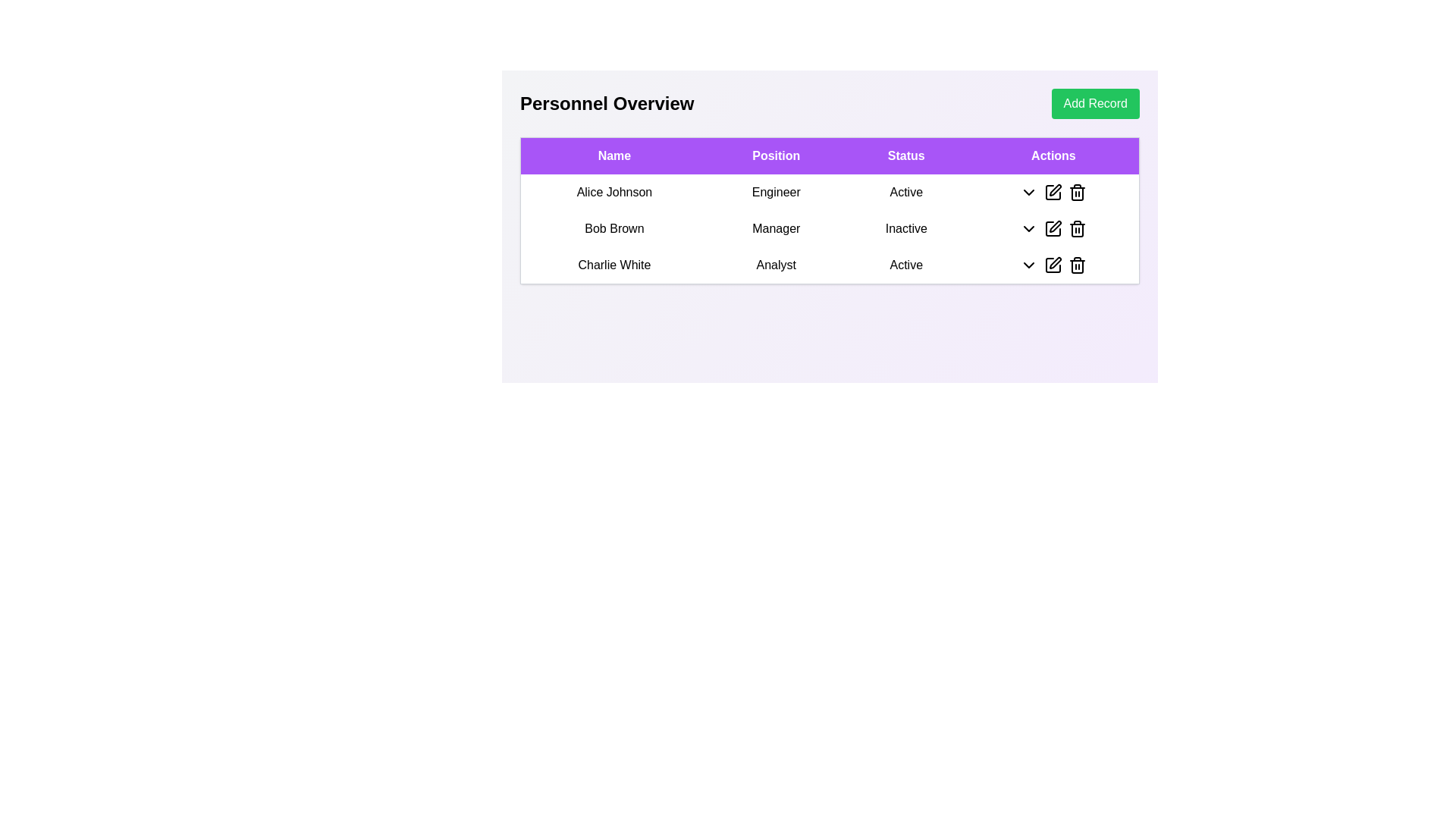  I want to click on the trash bin icon in the third row under the 'Actions' column to initiate a delete action for Charlie White's entry, so click(1077, 265).